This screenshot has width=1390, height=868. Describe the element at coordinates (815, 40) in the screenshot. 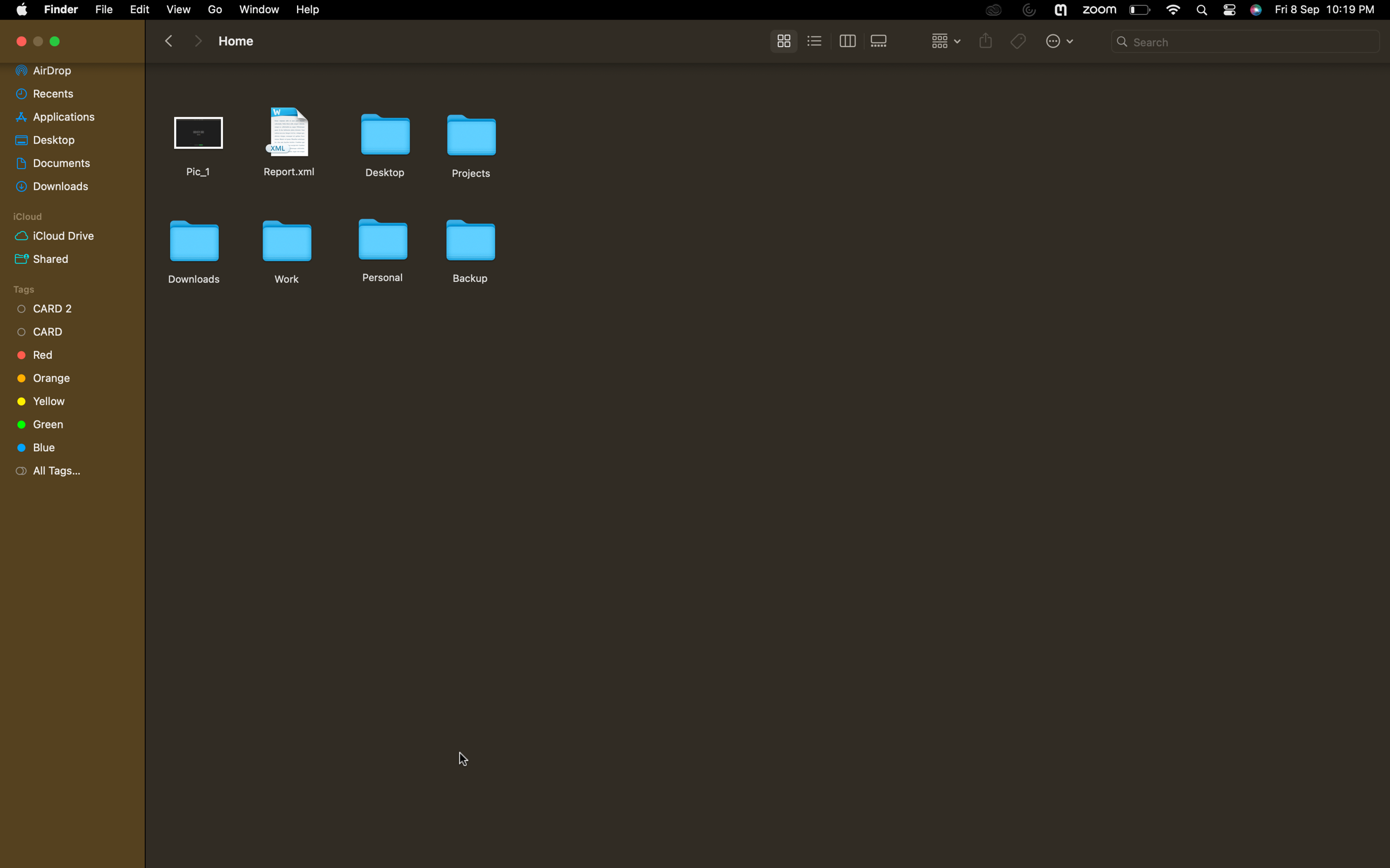

I see `Change to list view format` at that location.